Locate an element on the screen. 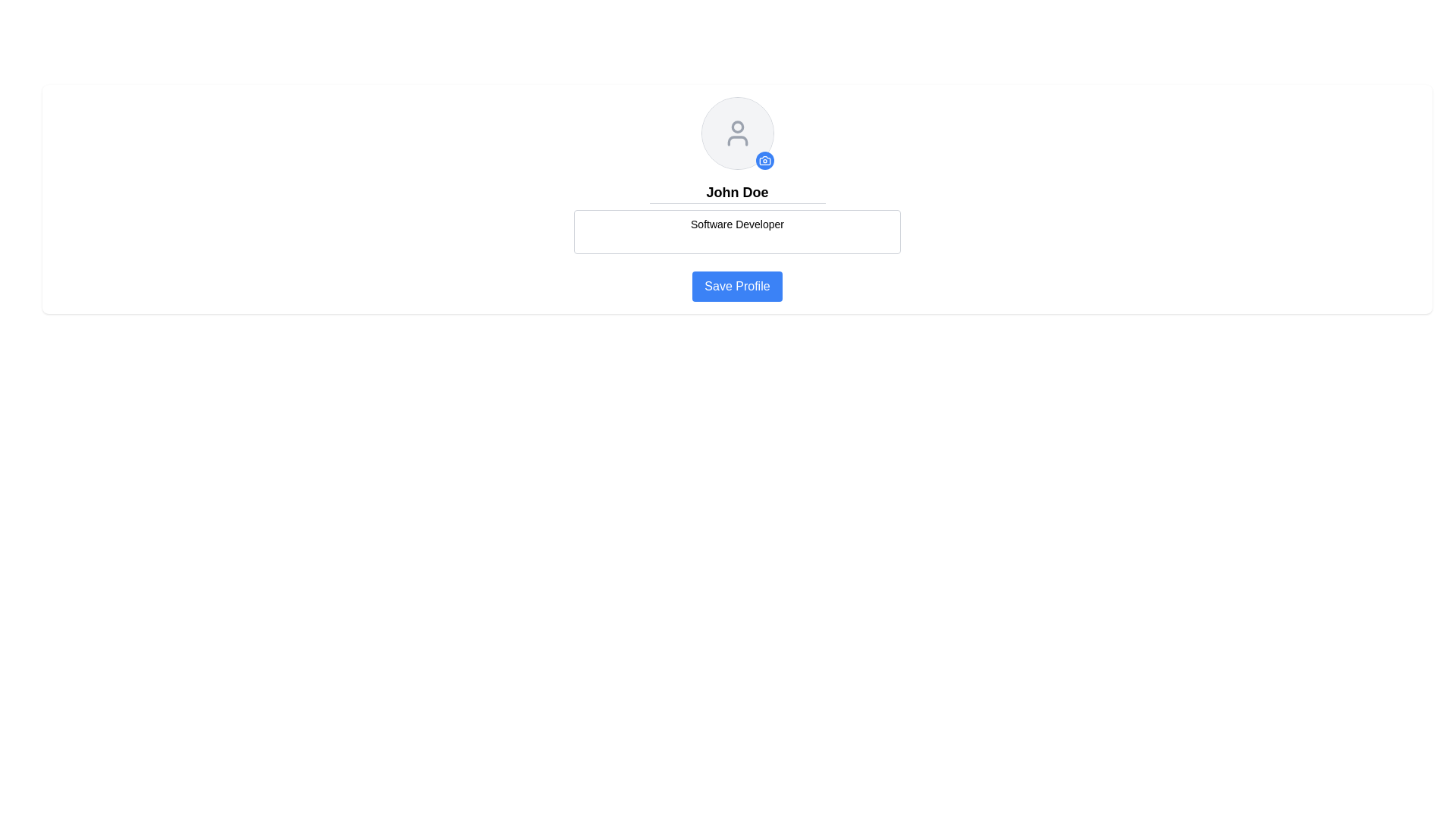 This screenshot has height=819, width=1456. the edit profile image button located at the bottom-right corner of the circular profile image is located at coordinates (764, 161).